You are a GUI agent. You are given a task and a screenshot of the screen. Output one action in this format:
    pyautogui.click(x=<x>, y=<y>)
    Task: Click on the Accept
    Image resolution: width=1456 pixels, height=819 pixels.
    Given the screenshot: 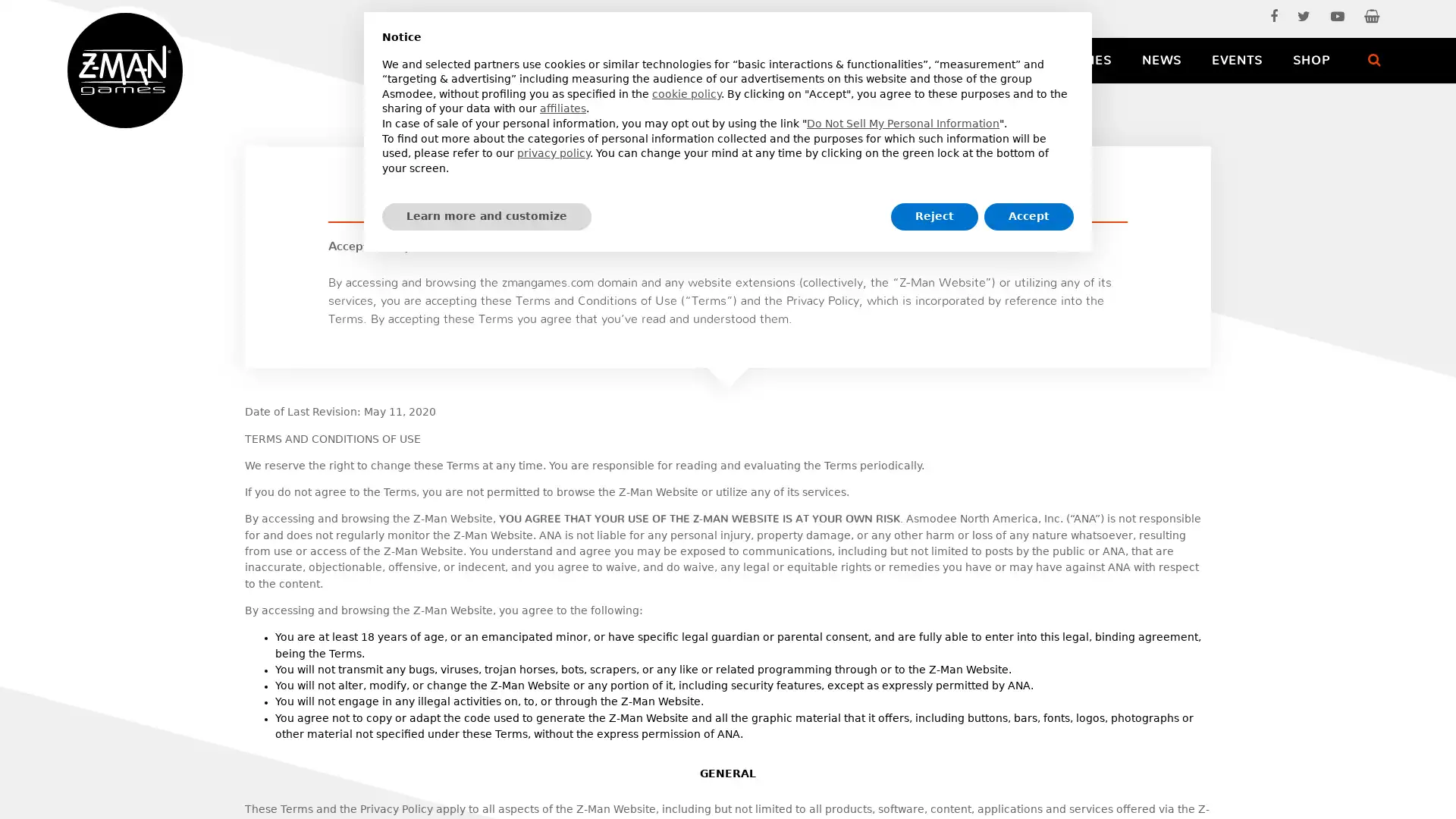 What is the action you would take?
    pyautogui.click(x=1029, y=216)
    